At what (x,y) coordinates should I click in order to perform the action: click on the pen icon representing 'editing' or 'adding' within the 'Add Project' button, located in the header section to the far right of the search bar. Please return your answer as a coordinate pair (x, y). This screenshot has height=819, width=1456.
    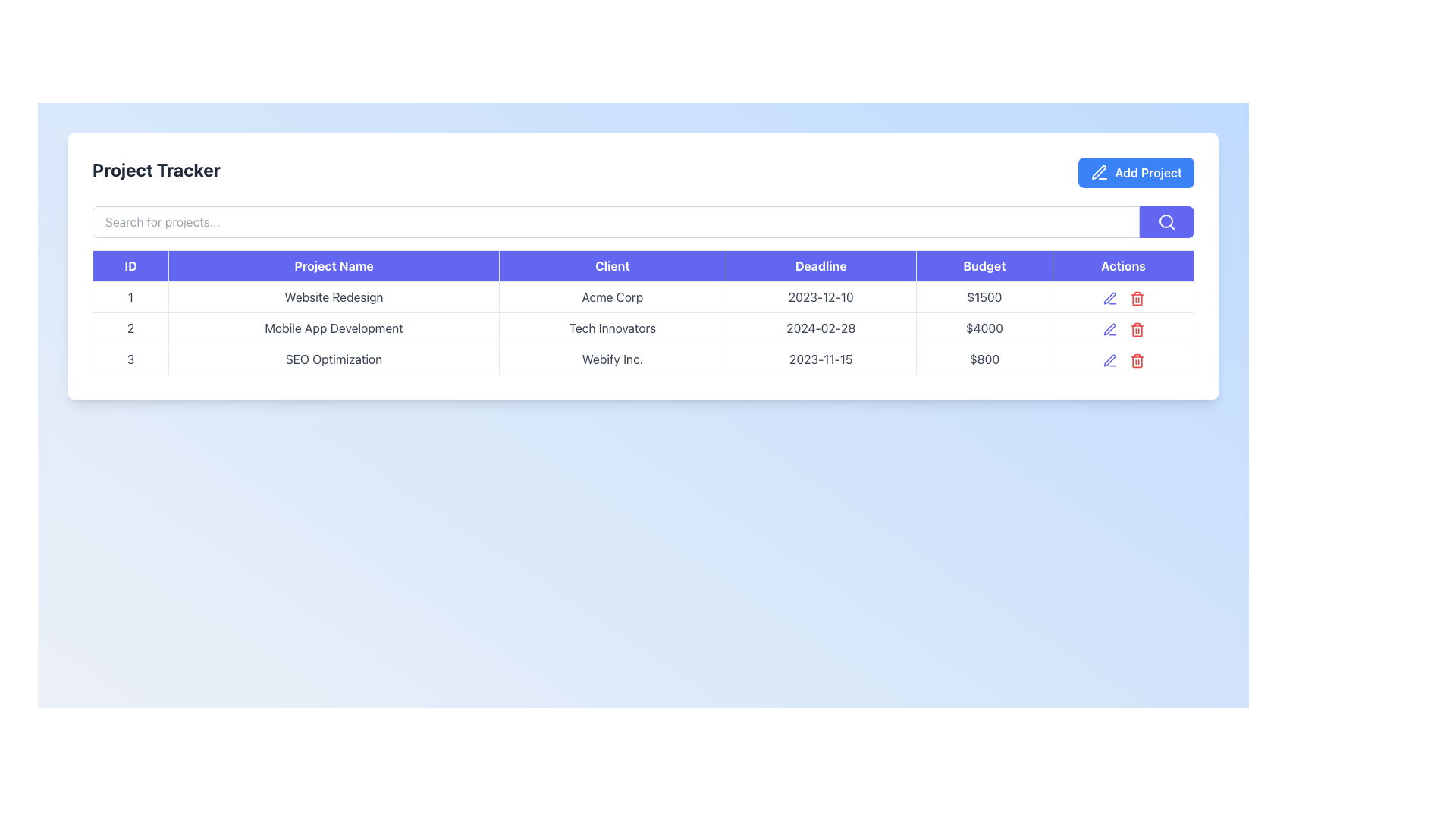
    Looking at the image, I should click on (1099, 171).